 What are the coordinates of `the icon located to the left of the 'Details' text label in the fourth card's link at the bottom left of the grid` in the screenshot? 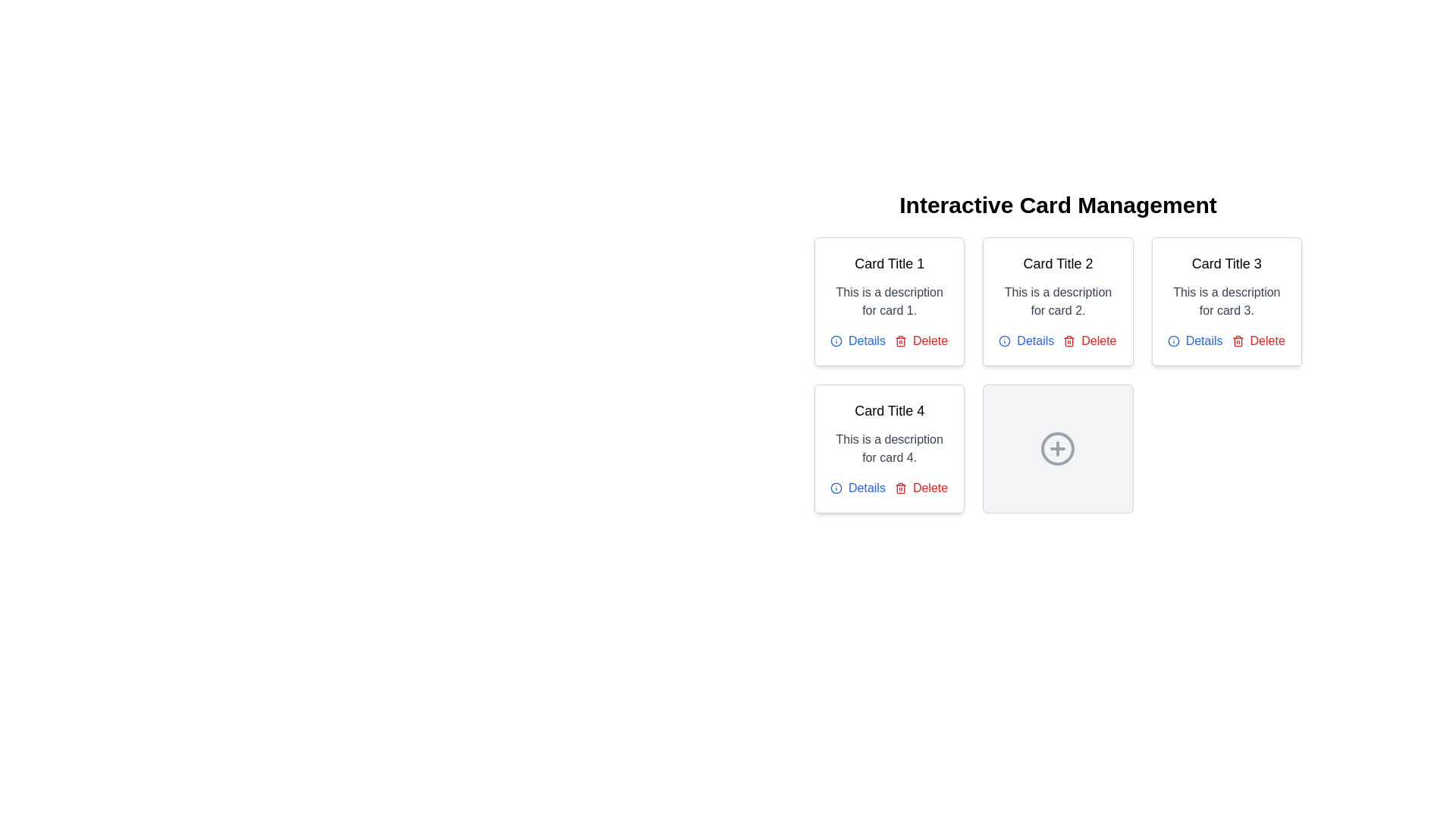 It's located at (836, 488).